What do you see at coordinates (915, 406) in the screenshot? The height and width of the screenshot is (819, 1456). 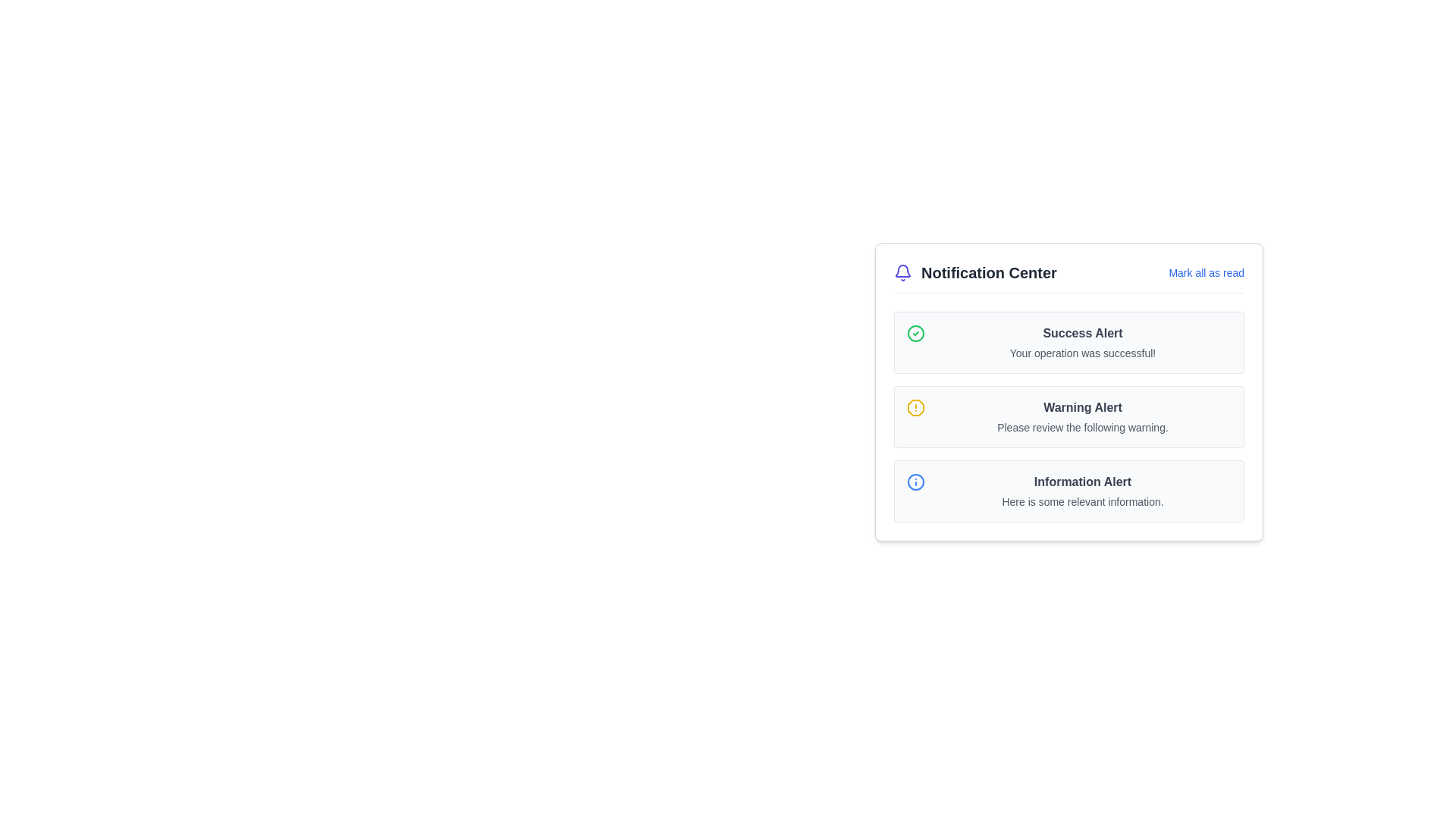 I see `the warning alert icon located in the second row of the alert list in the notification center, next to the 'Warning Alert' title and message` at bounding box center [915, 406].